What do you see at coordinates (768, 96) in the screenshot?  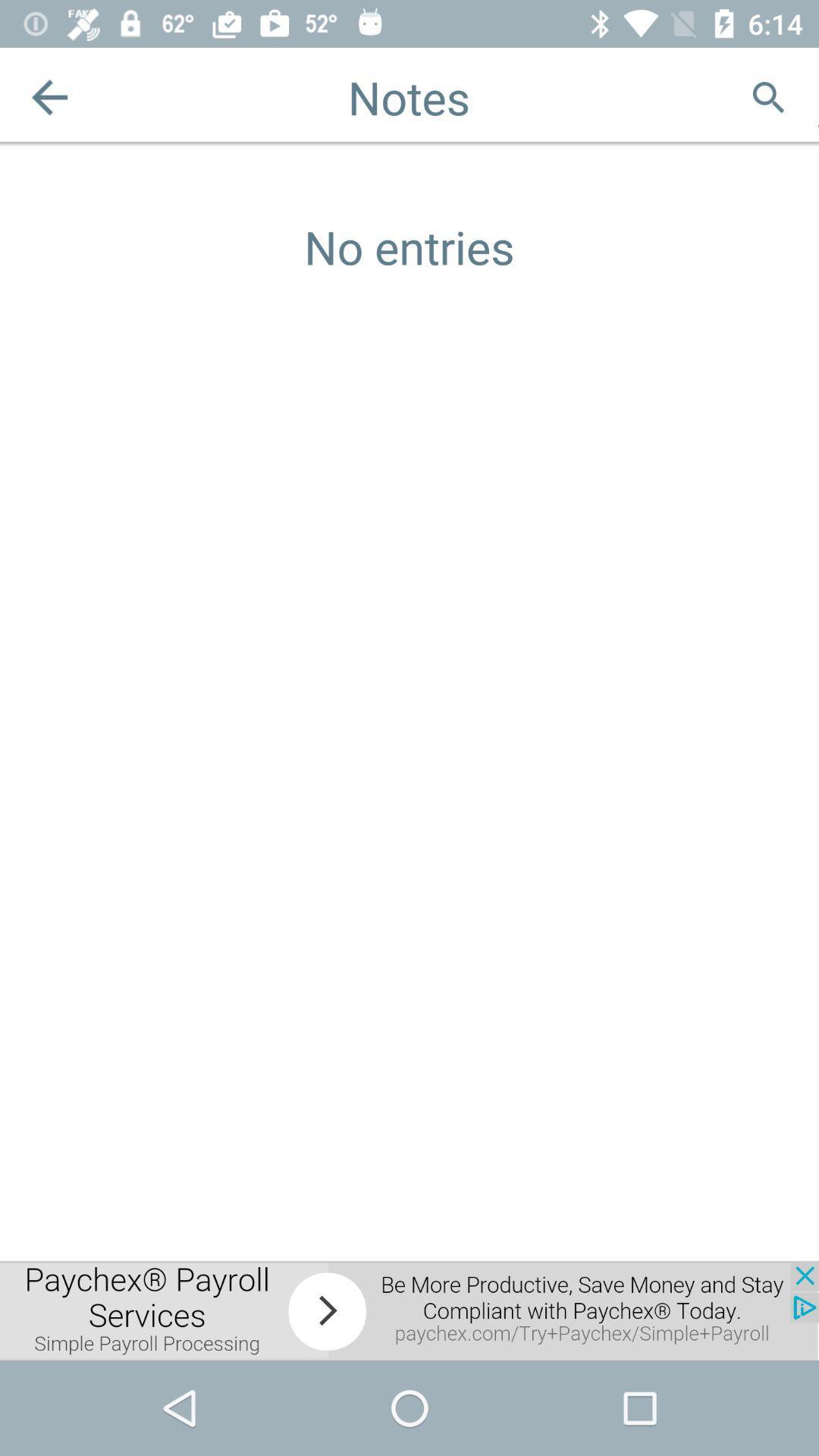 I see `the search icon` at bounding box center [768, 96].